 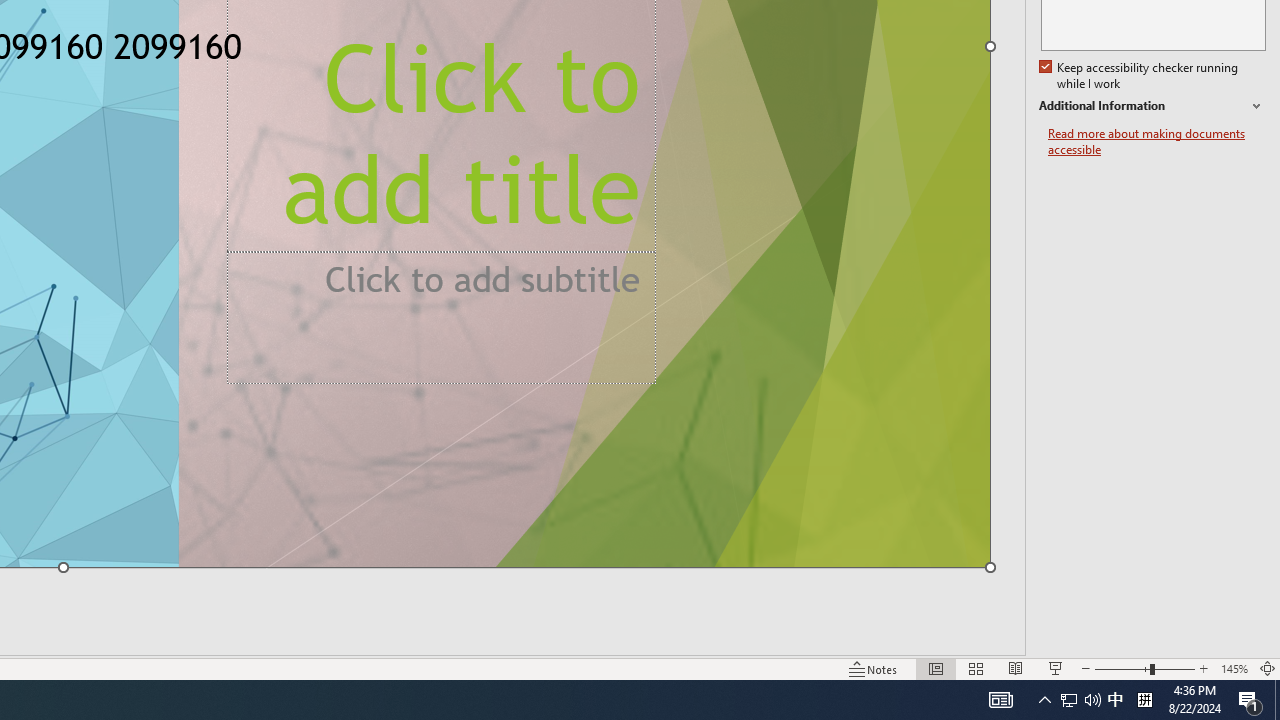 What do you see at coordinates (1140, 75) in the screenshot?
I see `'Keep accessibility checker running while I work'` at bounding box center [1140, 75].